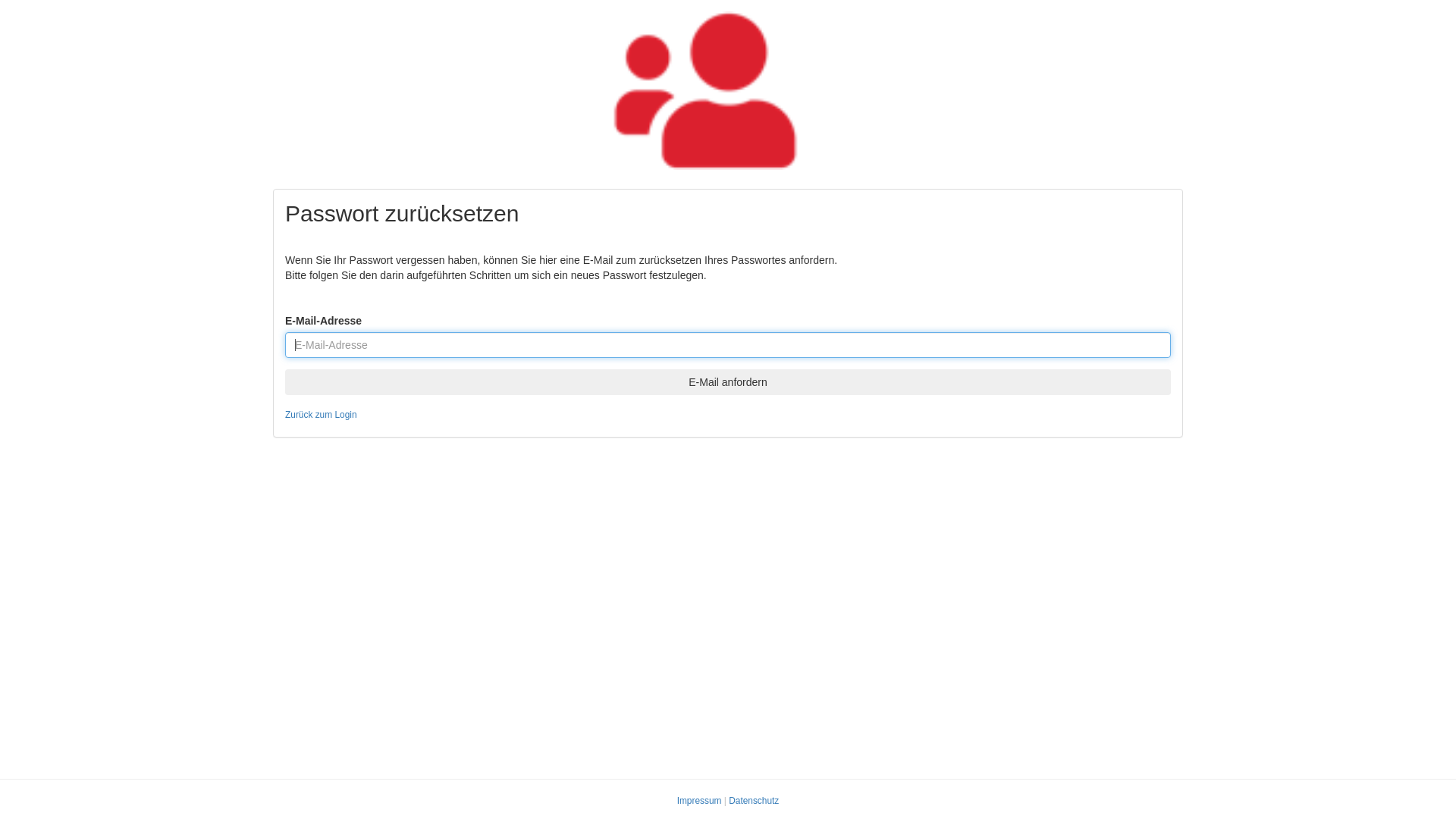 The width and height of the screenshot is (1456, 819). I want to click on 'Impressum', so click(698, 800).